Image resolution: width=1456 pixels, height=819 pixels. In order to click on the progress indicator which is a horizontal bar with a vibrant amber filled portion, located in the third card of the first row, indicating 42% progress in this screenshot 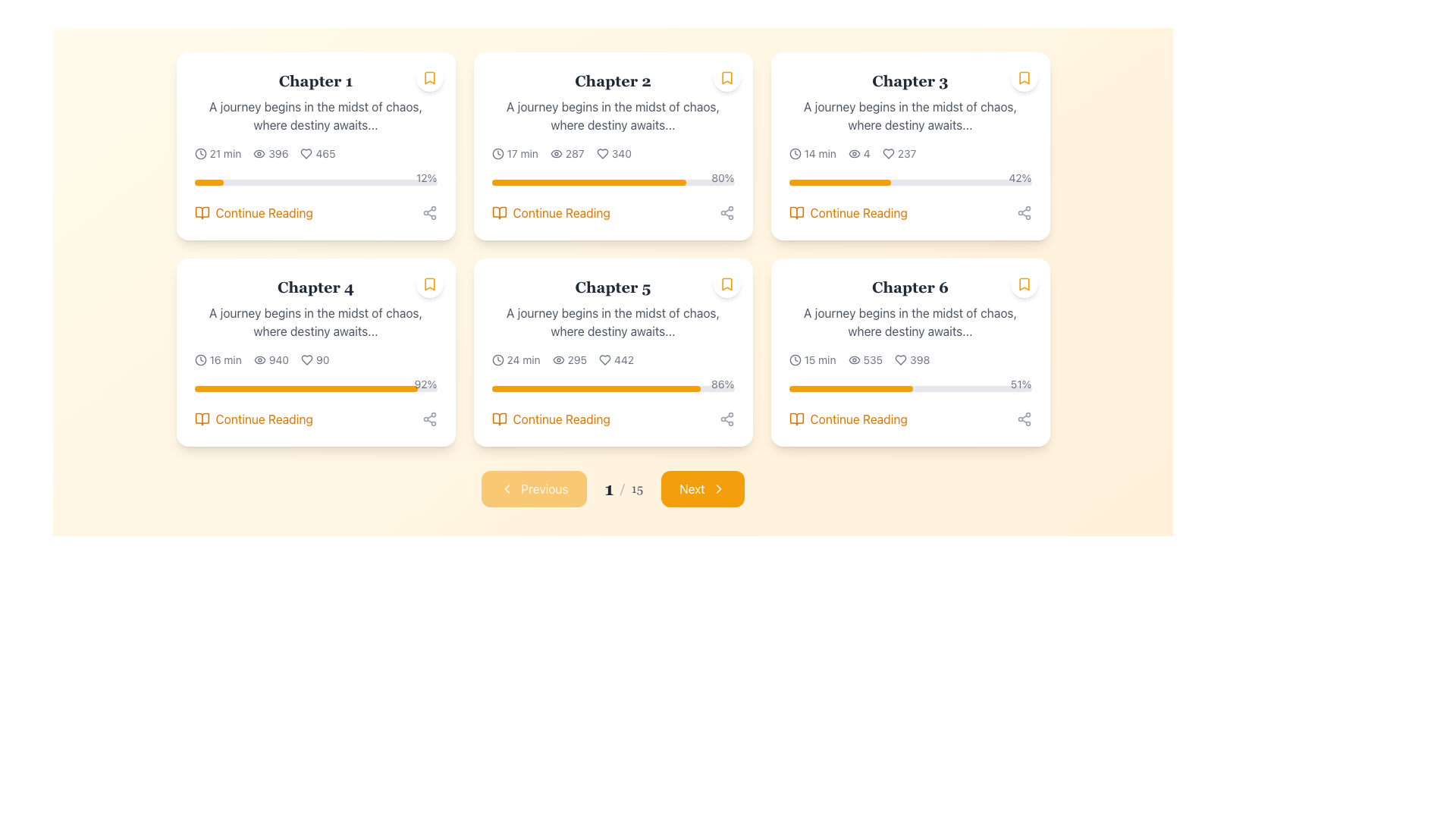, I will do `click(839, 181)`.